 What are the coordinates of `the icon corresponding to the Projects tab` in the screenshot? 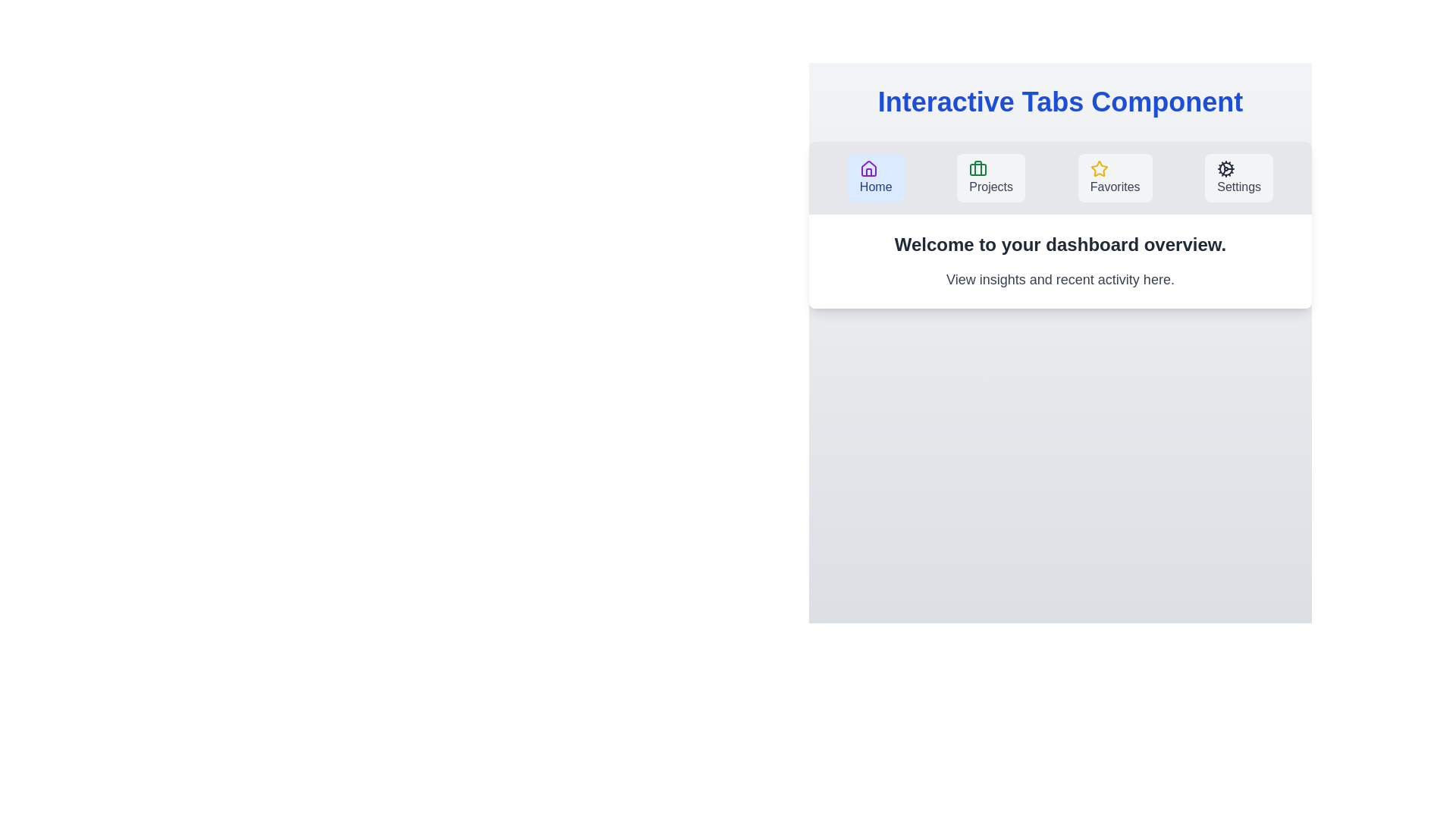 It's located at (978, 169).